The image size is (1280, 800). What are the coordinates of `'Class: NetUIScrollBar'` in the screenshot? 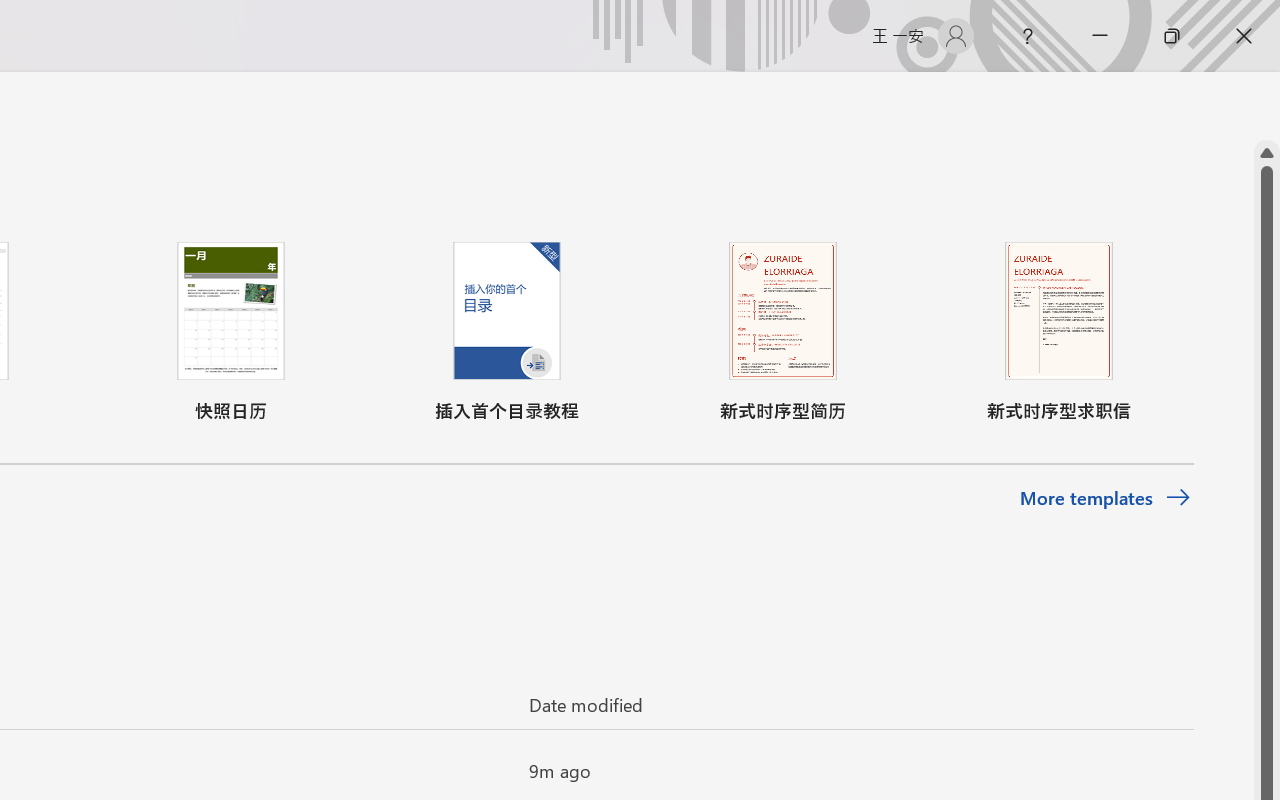 It's located at (1266, 105).